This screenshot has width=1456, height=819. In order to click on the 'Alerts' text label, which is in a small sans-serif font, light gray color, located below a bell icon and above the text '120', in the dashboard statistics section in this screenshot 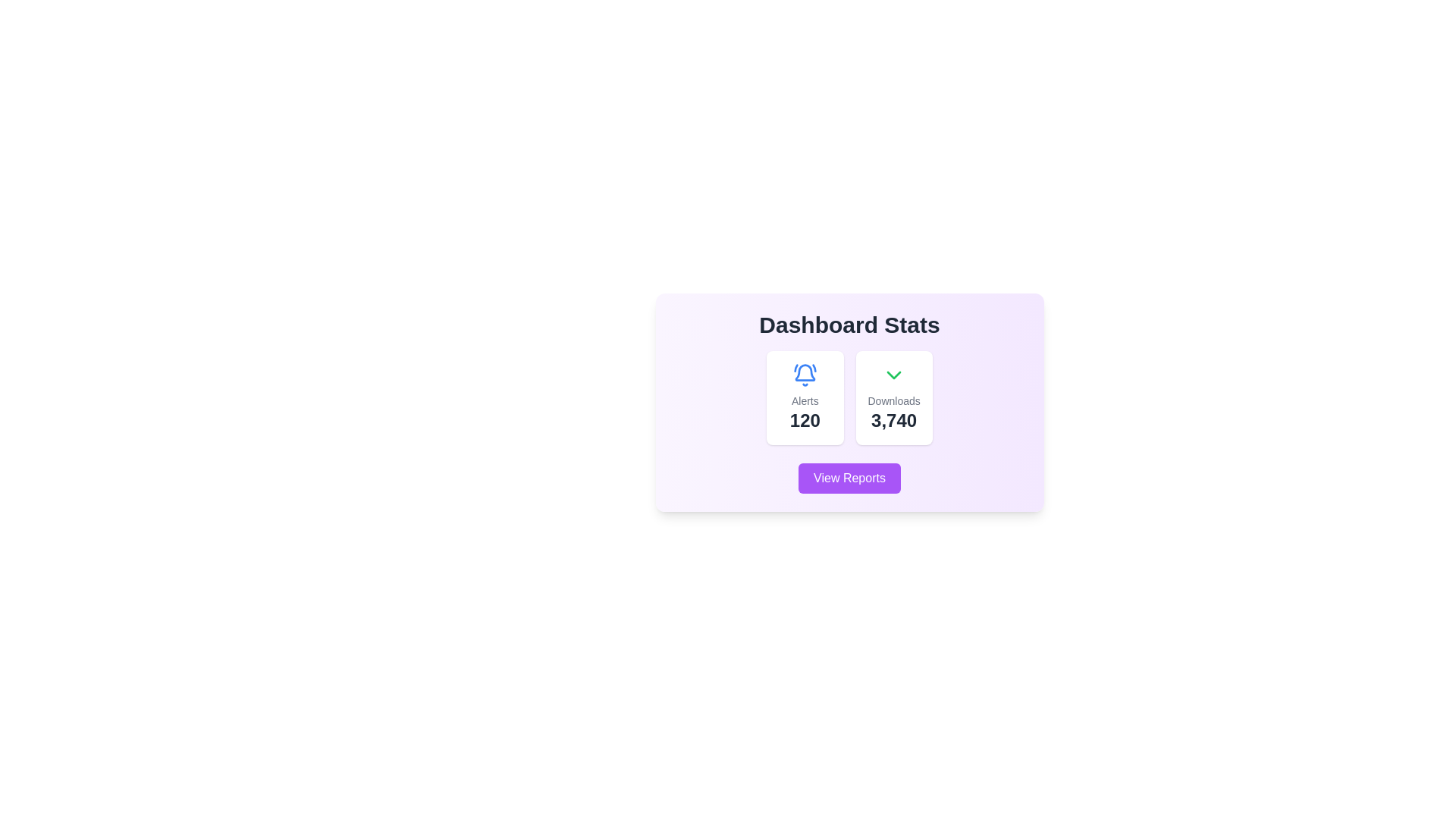, I will do `click(804, 400)`.